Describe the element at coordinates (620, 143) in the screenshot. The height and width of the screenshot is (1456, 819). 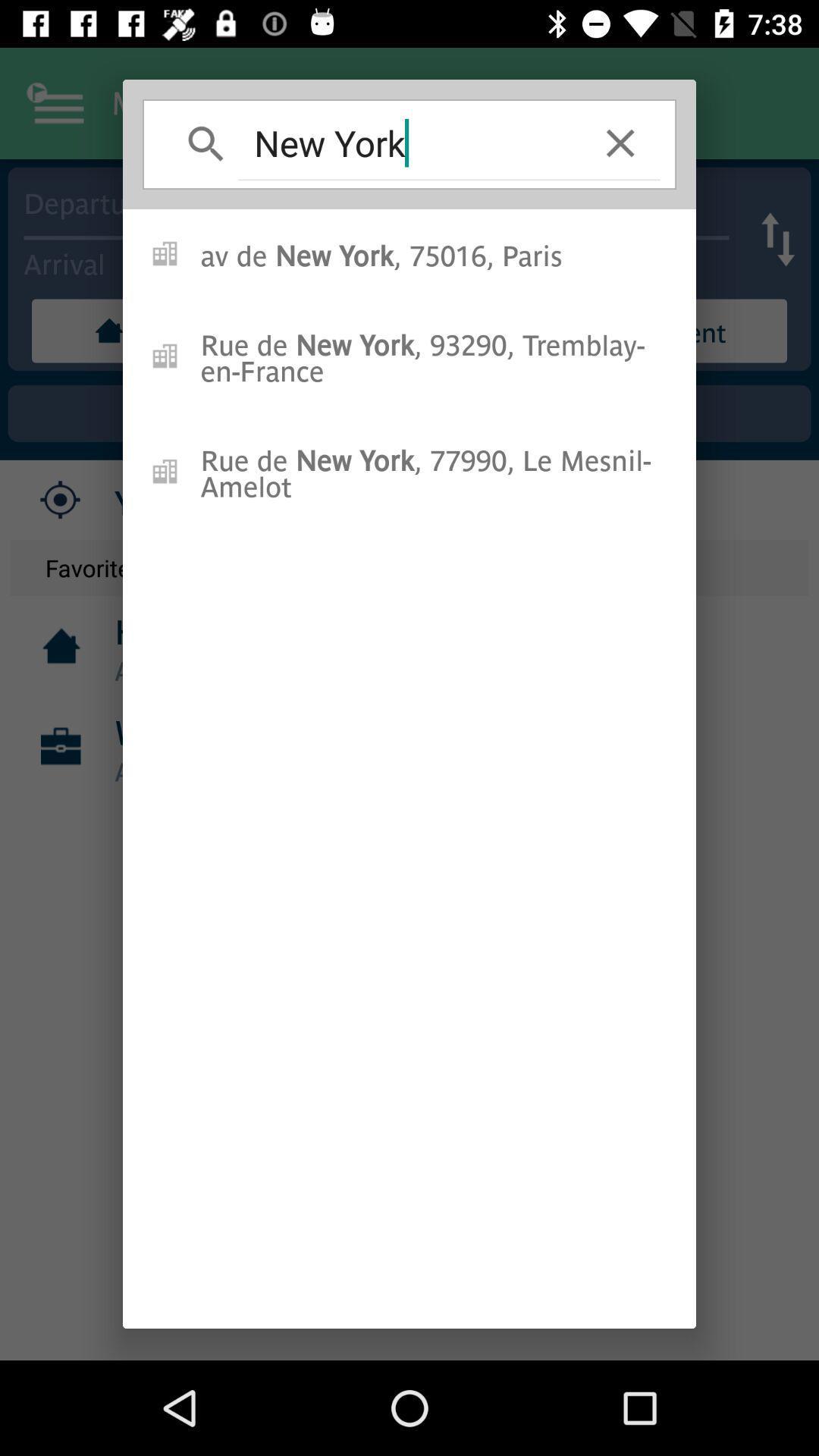
I see `item at the top right corner` at that location.